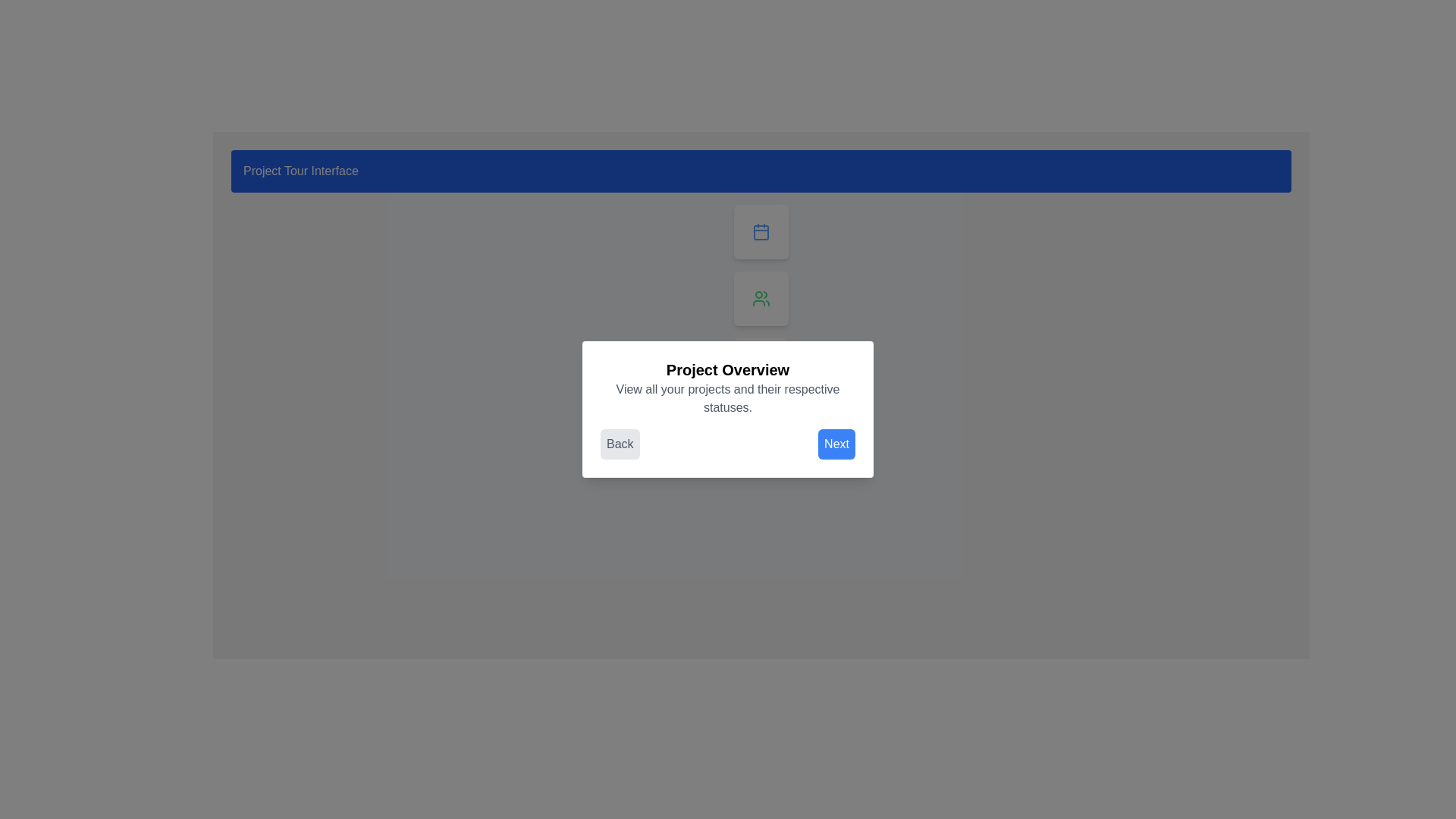  Describe the element at coordinates (761, 298) in the screenshot. I see `the user management button located at the vertical midpoint of the interface, below the calendar icon` at that location.